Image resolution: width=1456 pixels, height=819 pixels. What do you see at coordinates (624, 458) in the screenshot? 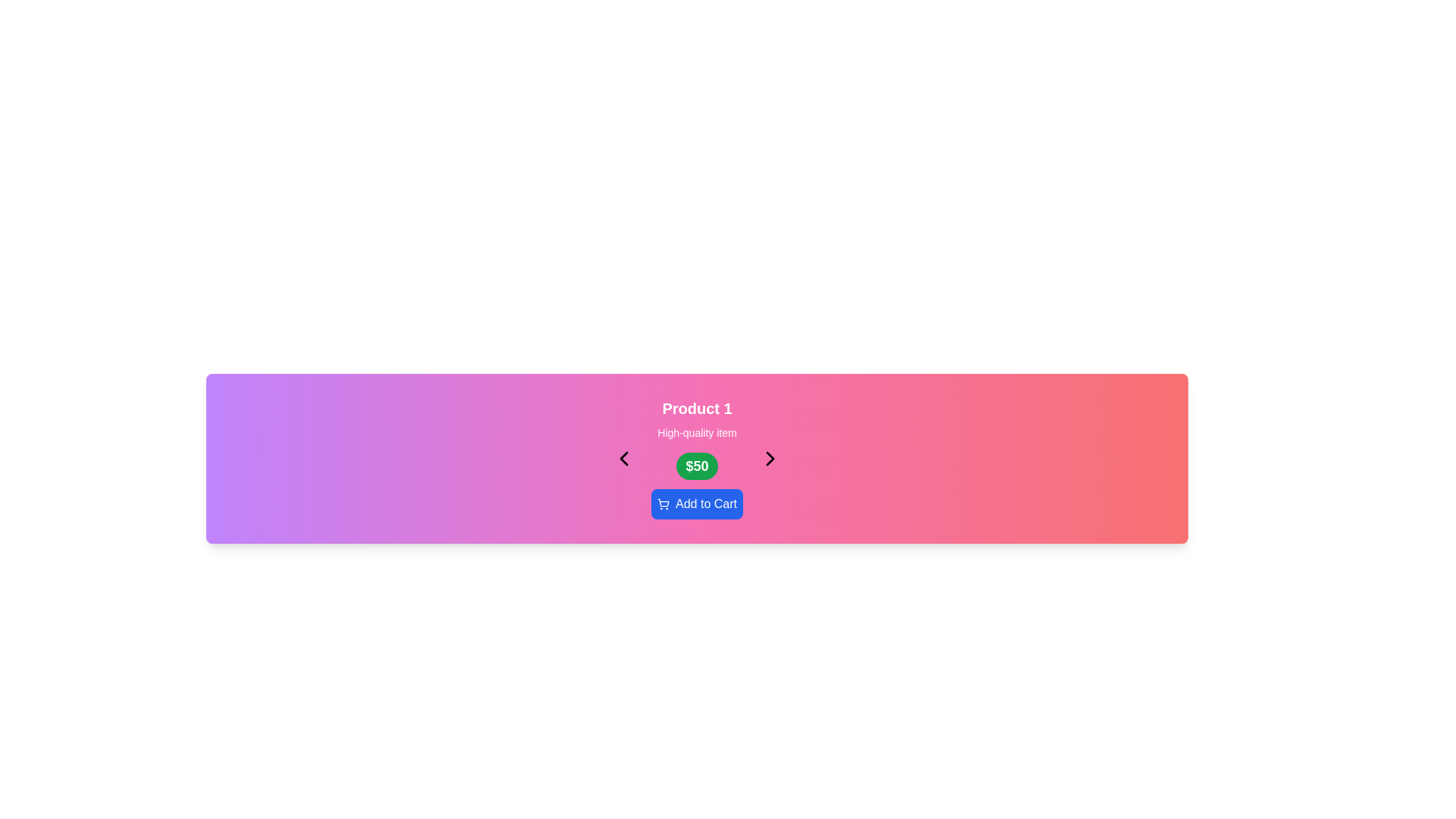
I see `the backward navigation button styled as an SVG icon located to the left of the green price indicator ($50) for keyboard interaction` at bounding box center [624, 458].